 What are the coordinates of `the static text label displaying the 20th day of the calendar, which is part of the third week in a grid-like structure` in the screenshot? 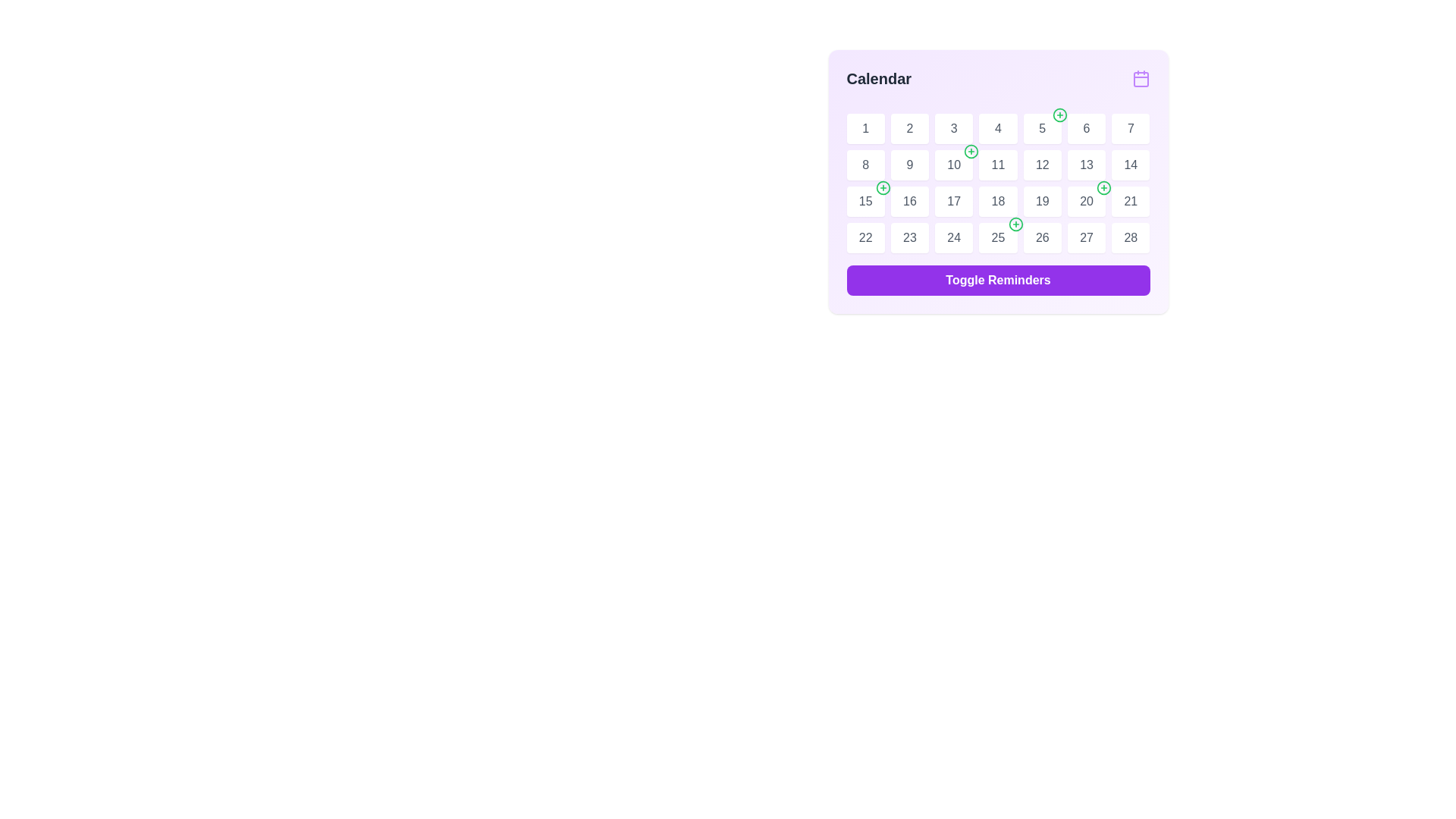 It's located at (1086, 200).